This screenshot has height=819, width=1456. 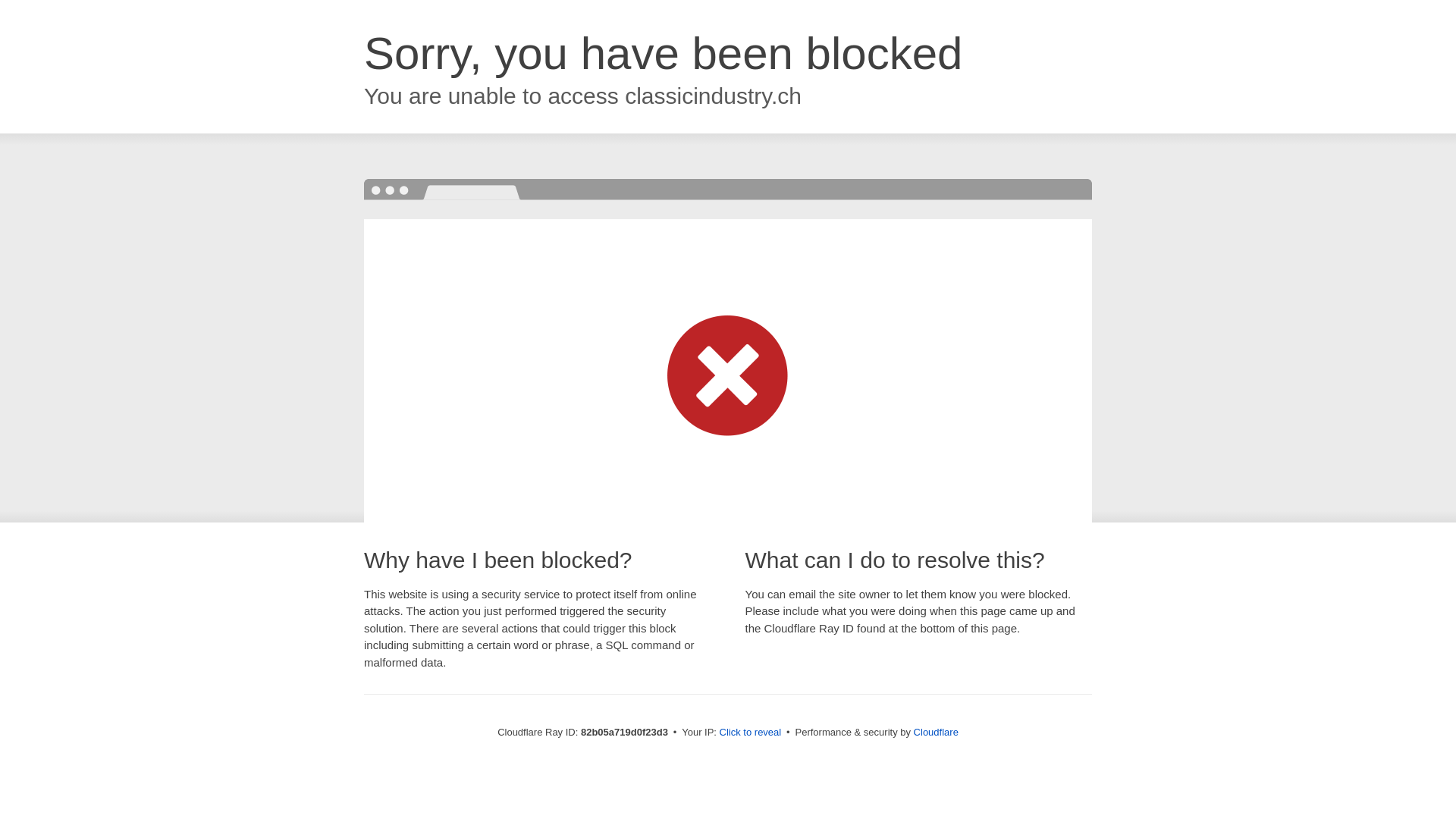 I want to click on 'Click to reveal', so click(x=750, y=731).